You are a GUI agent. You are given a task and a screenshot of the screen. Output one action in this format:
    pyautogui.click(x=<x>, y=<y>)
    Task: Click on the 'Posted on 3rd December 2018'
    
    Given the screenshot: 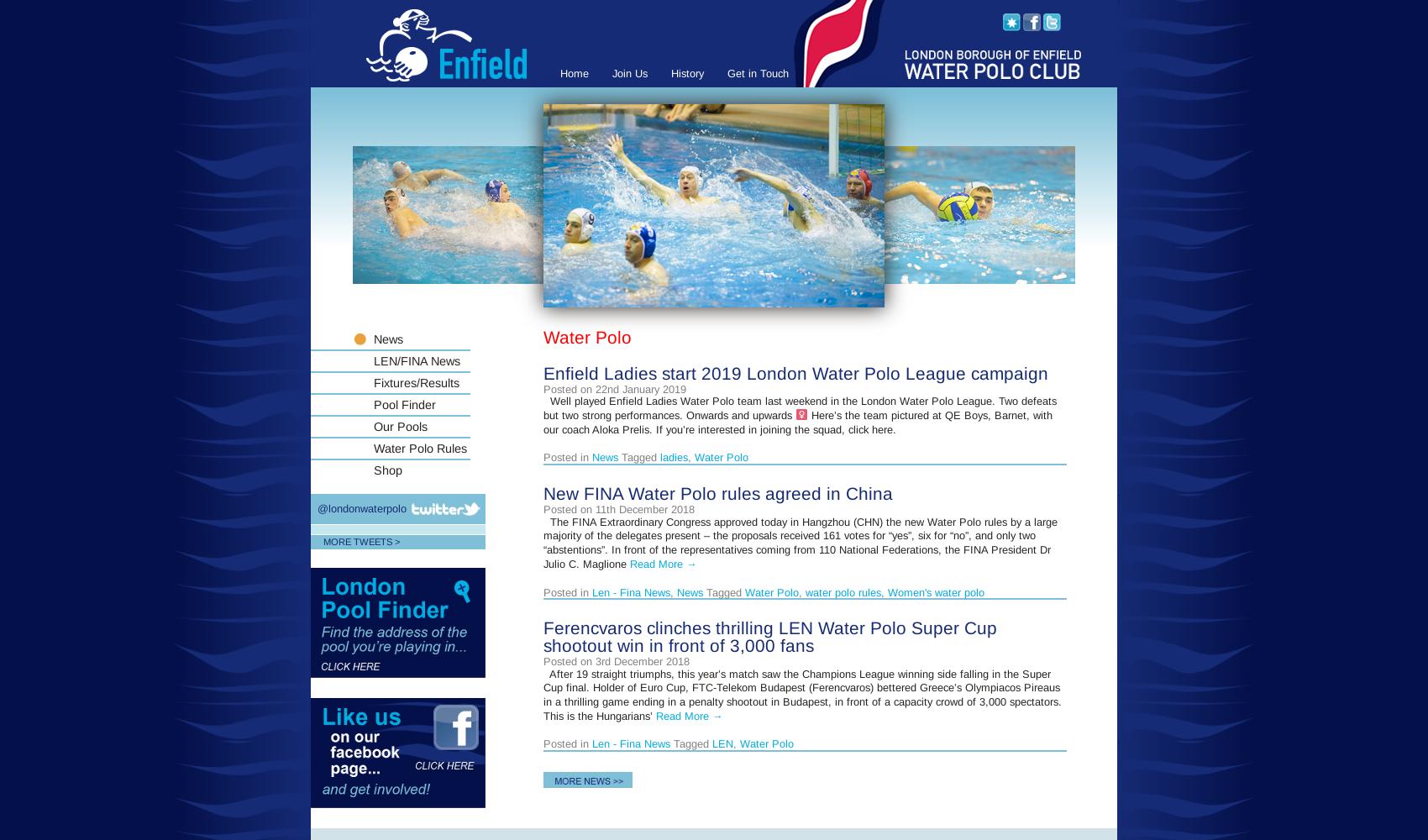 What is the action you would take?
    pyautogui.click(x=543, y=660)
    